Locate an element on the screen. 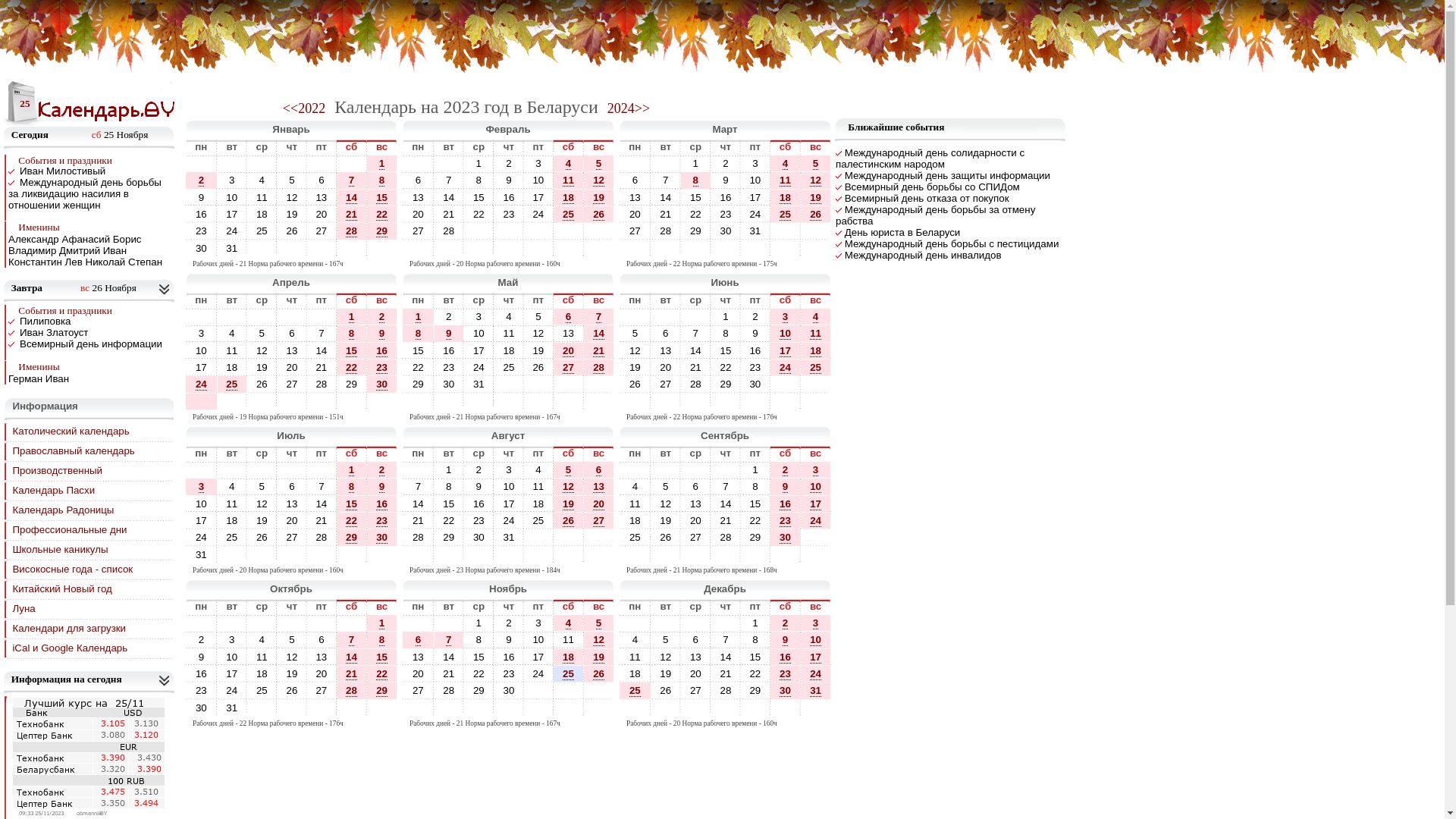  '13' is located at coordinates (635, 196).